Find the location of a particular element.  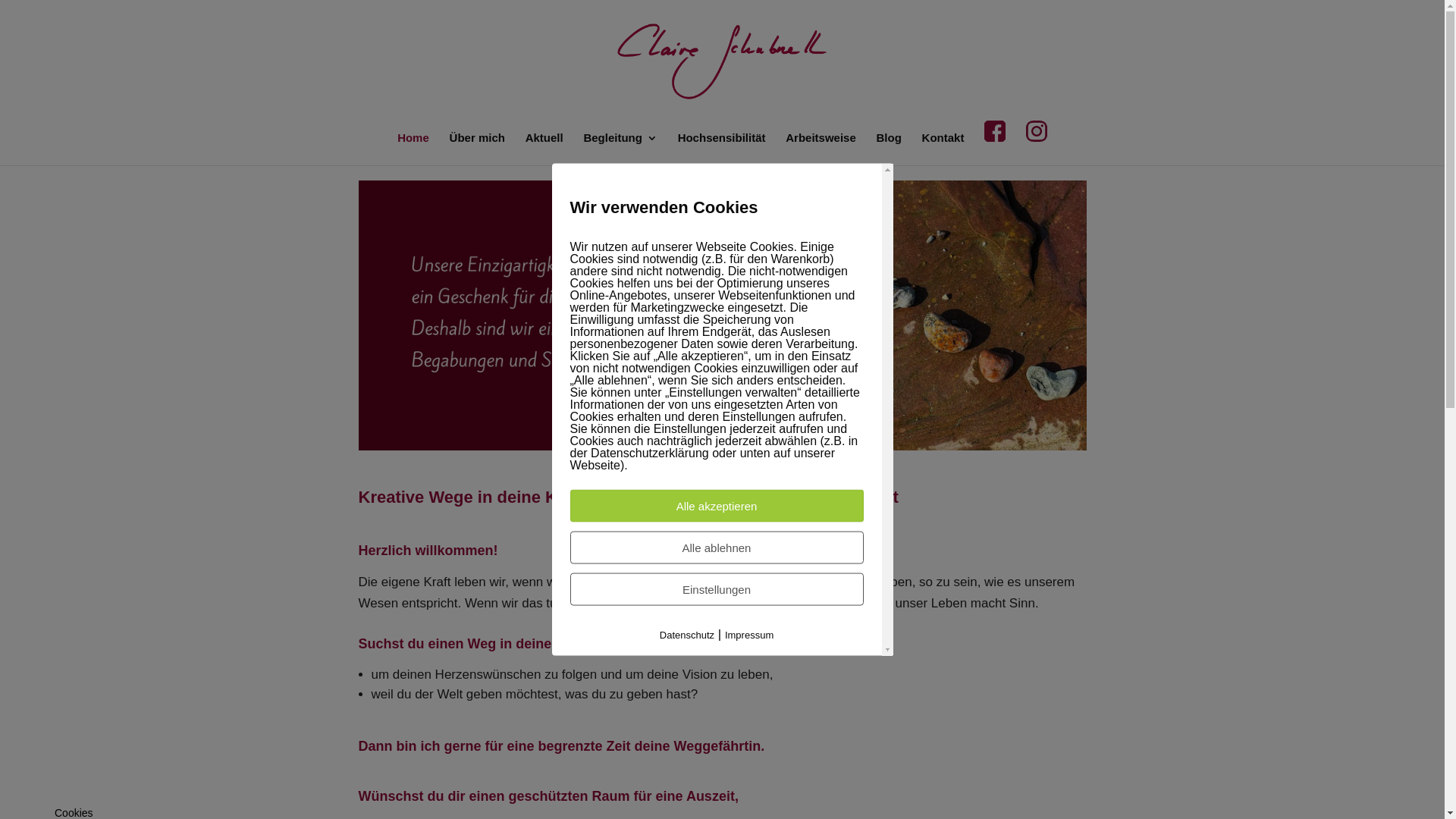

'Alle ablehnen' is located at coordinates (716, 548).